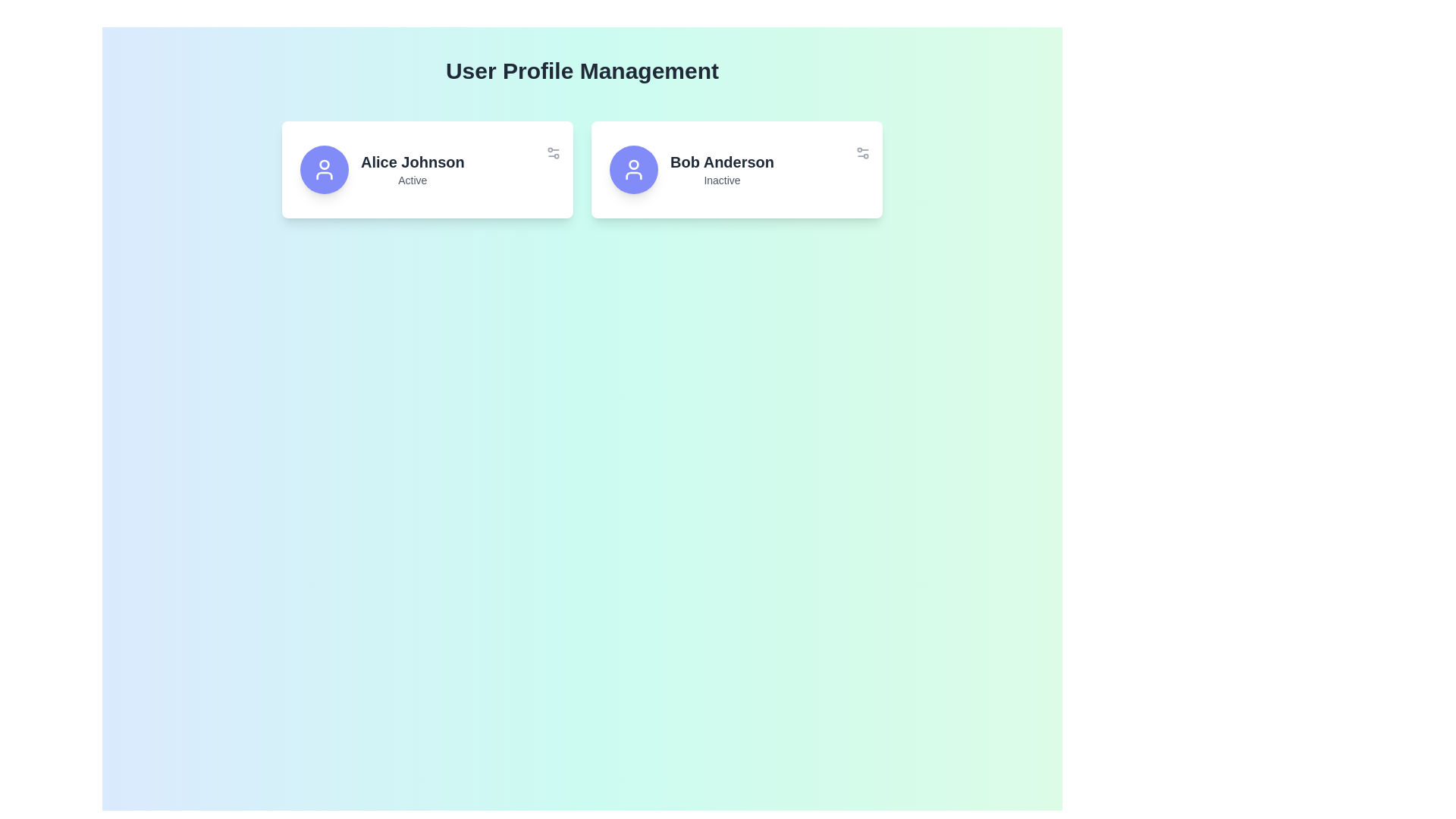  Describe the element at coordinates (862, 152) in the screenshot. I see `the settings icon in the top right corner of the card for 'Bob Anderson' to change its color` at that location.